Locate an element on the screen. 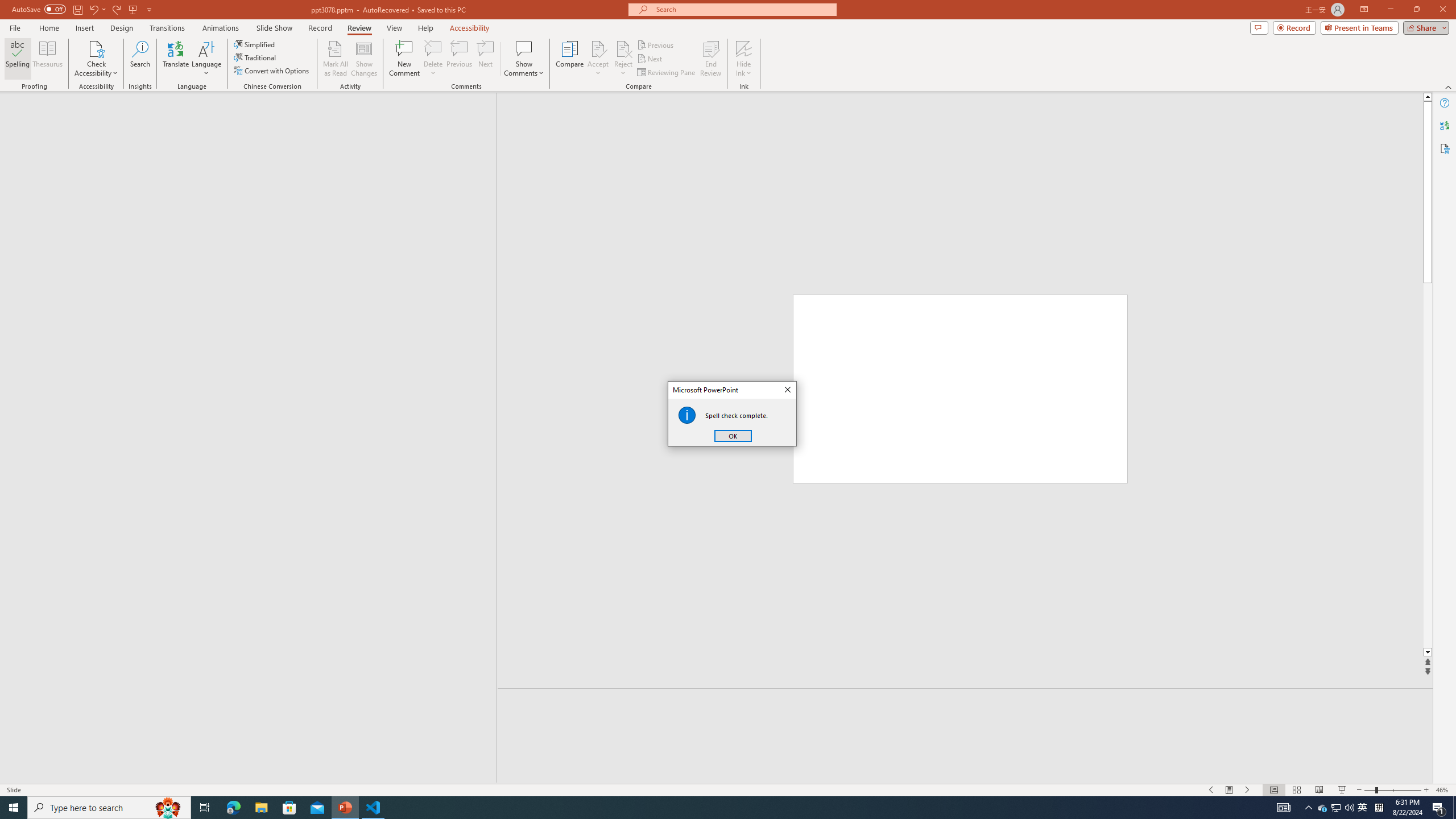 The height and width of the screenshot is (819, 1456). 'Translator' is located at coordinates (1444, 126).